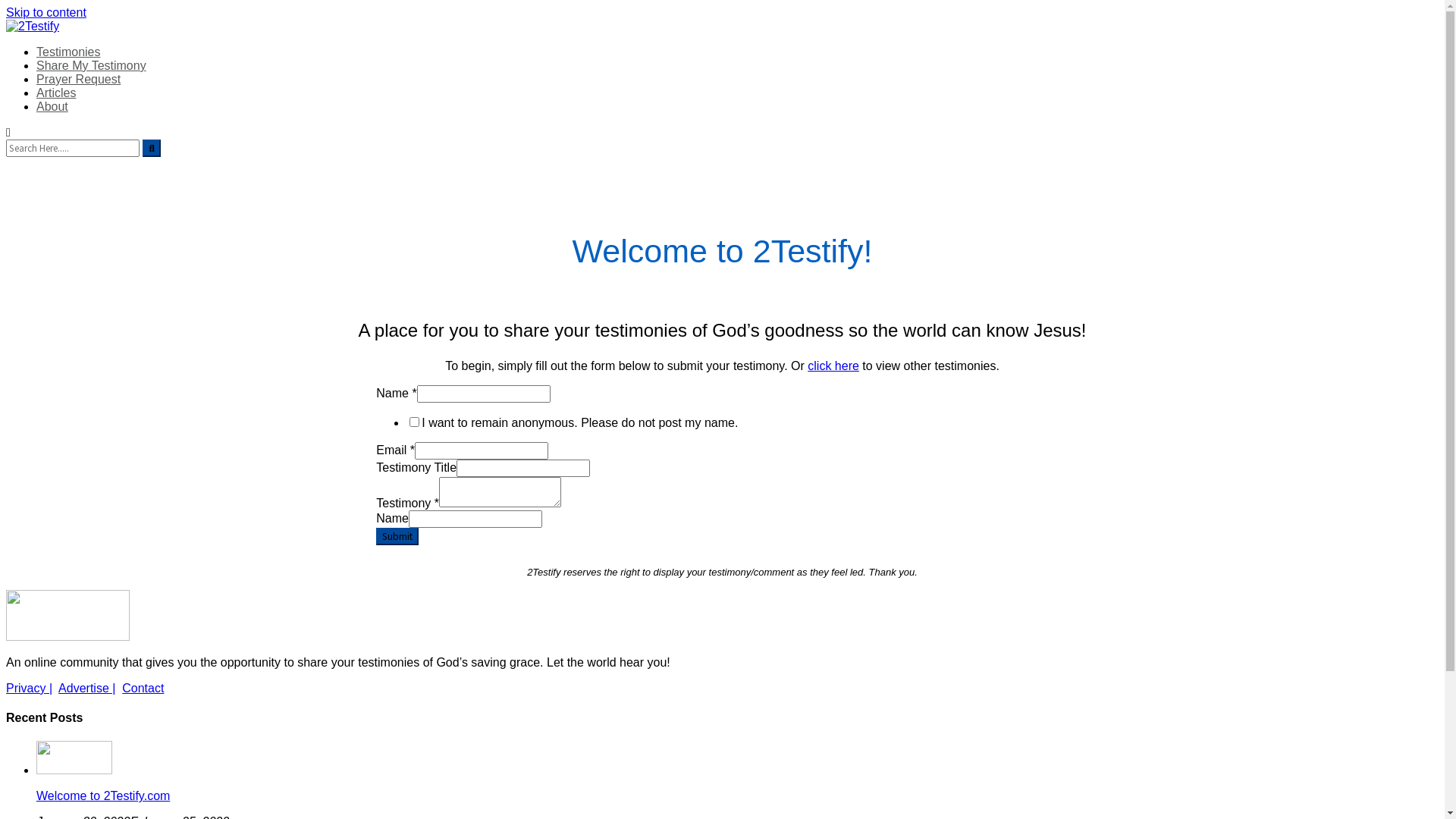 This screenshot has width=1456, height=819. Describe the element at coordinates (833, 366) in the screenshot. I see `'click here'` at that location.